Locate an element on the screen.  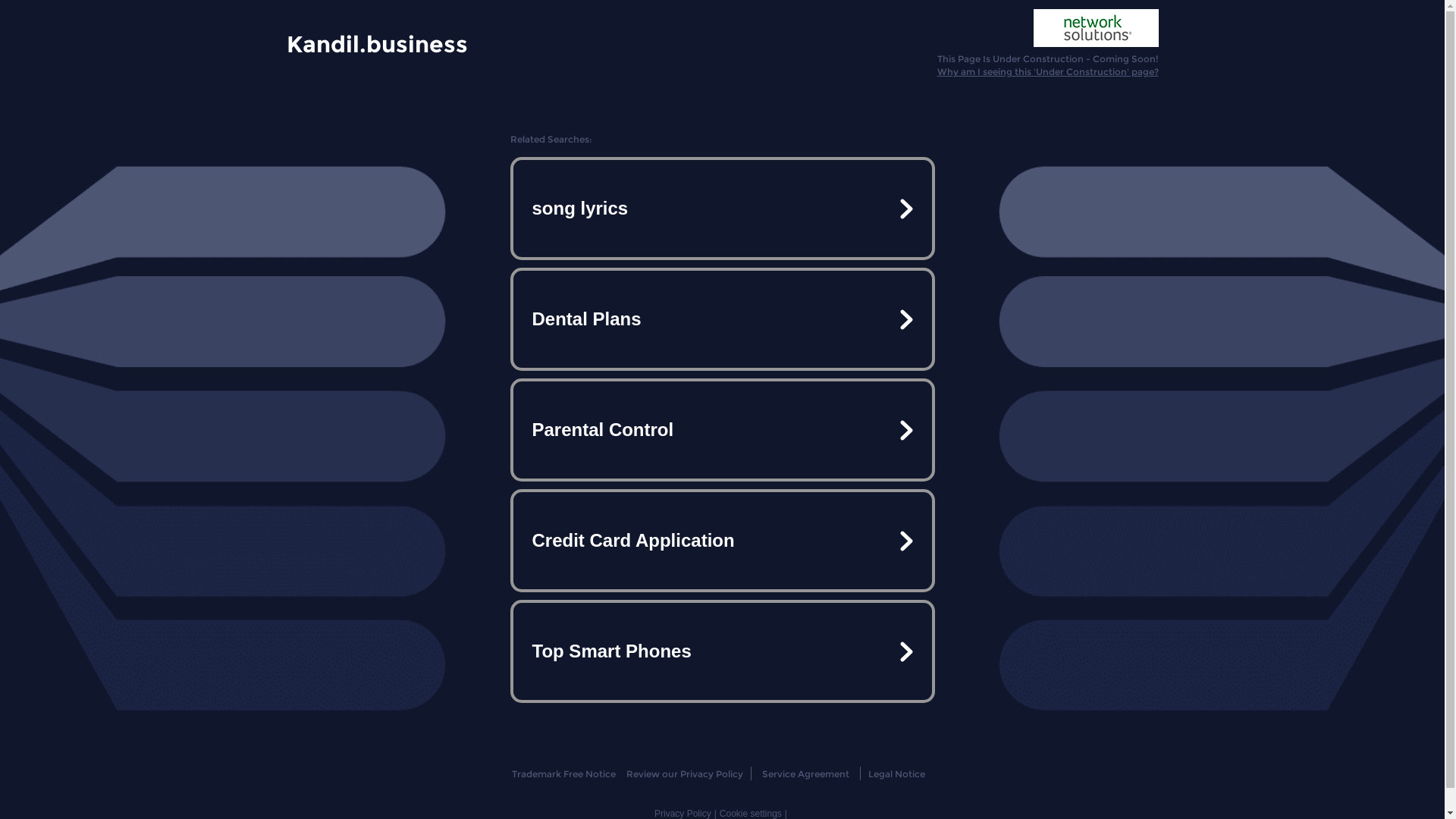
'Review our Privacy Policy' is located at coordinates (683, 773).